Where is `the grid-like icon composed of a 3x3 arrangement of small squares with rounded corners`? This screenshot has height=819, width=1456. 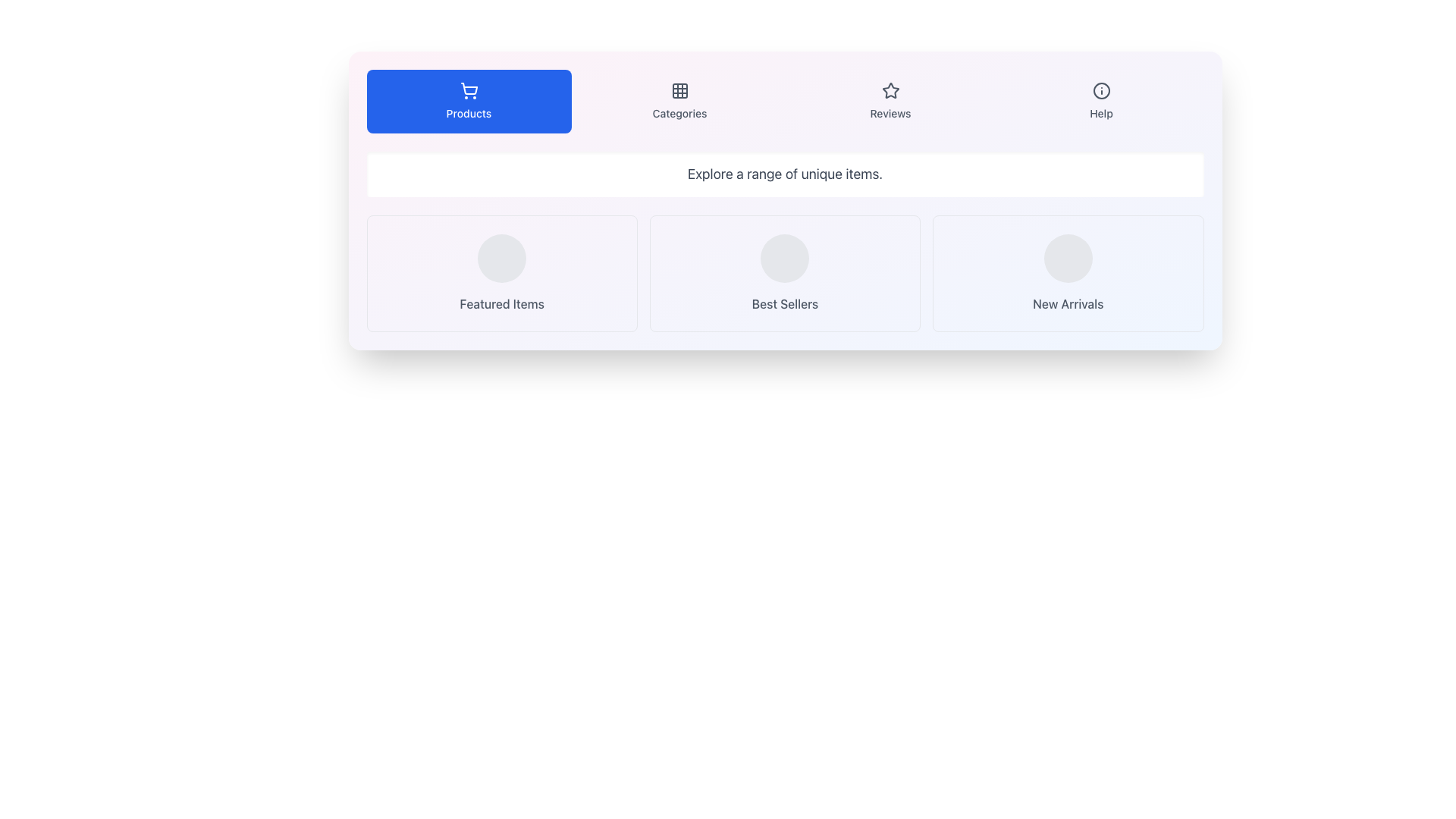 the grid-like icon composed of a 3x3 arrangement of small squares with rounded corners is located at coordinates (679, 90).